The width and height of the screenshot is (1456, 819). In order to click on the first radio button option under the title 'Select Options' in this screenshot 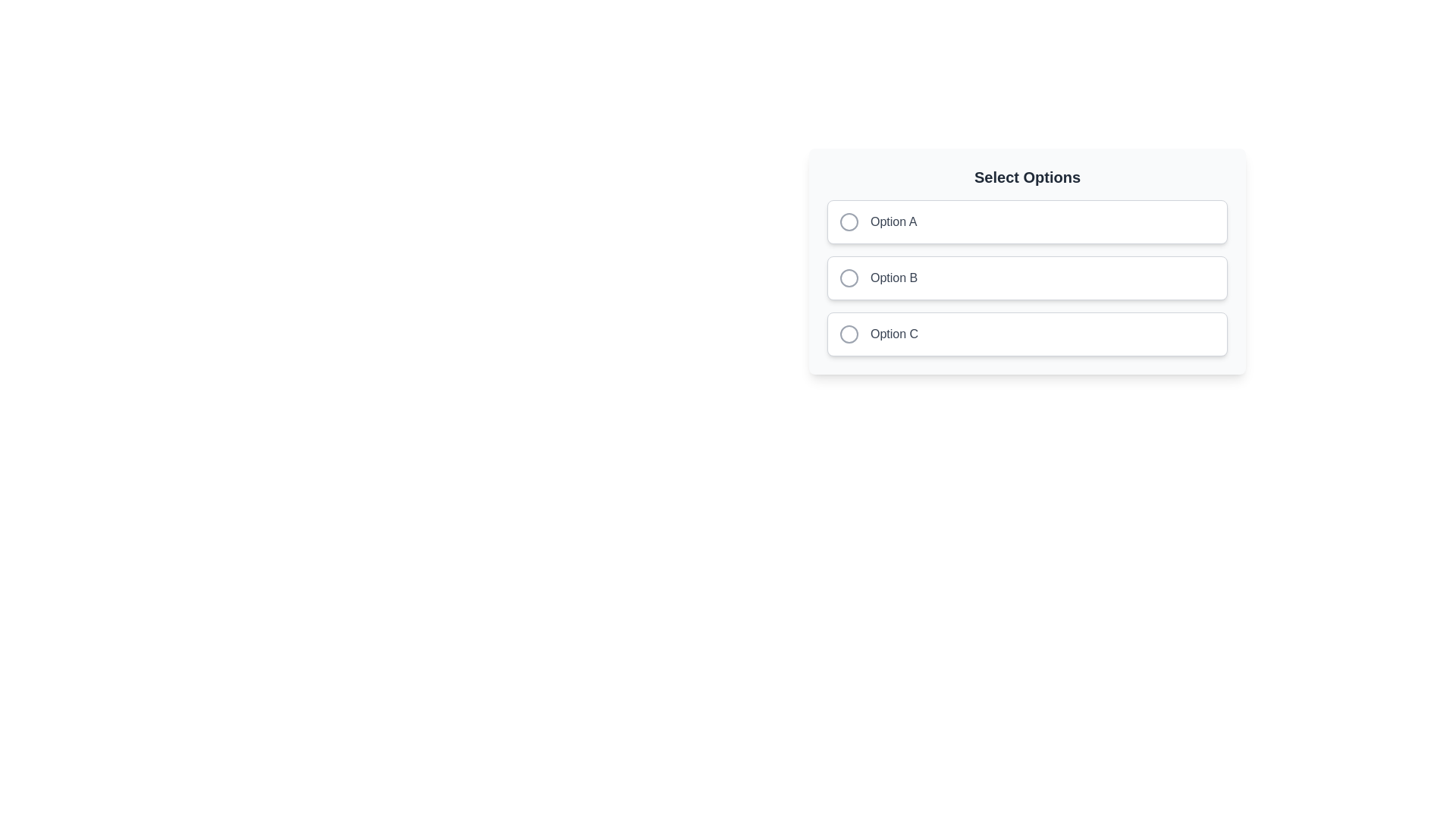, I will do `click(1027, 222)`.